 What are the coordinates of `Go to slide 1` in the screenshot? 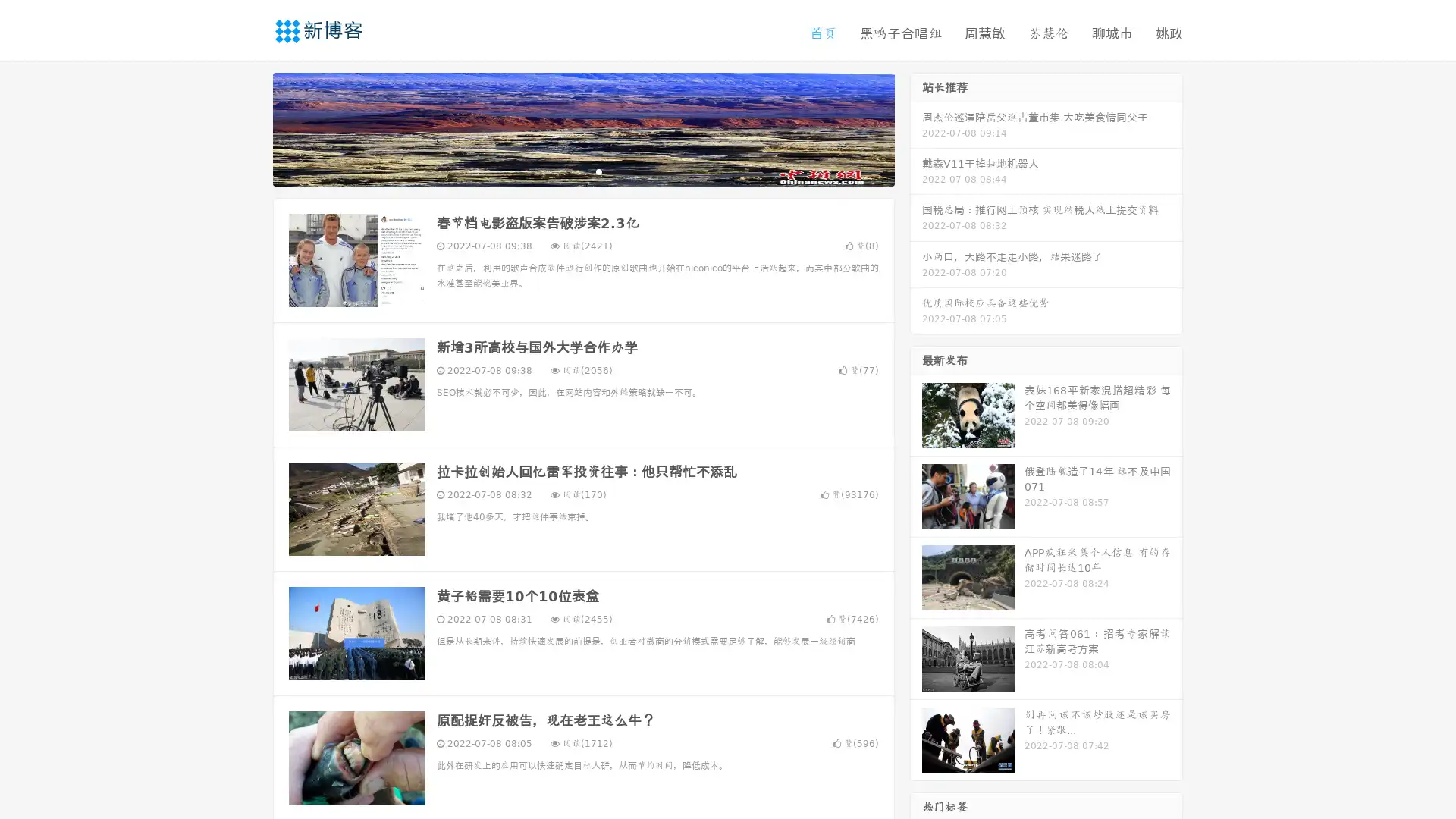 It's located at (567, 171).